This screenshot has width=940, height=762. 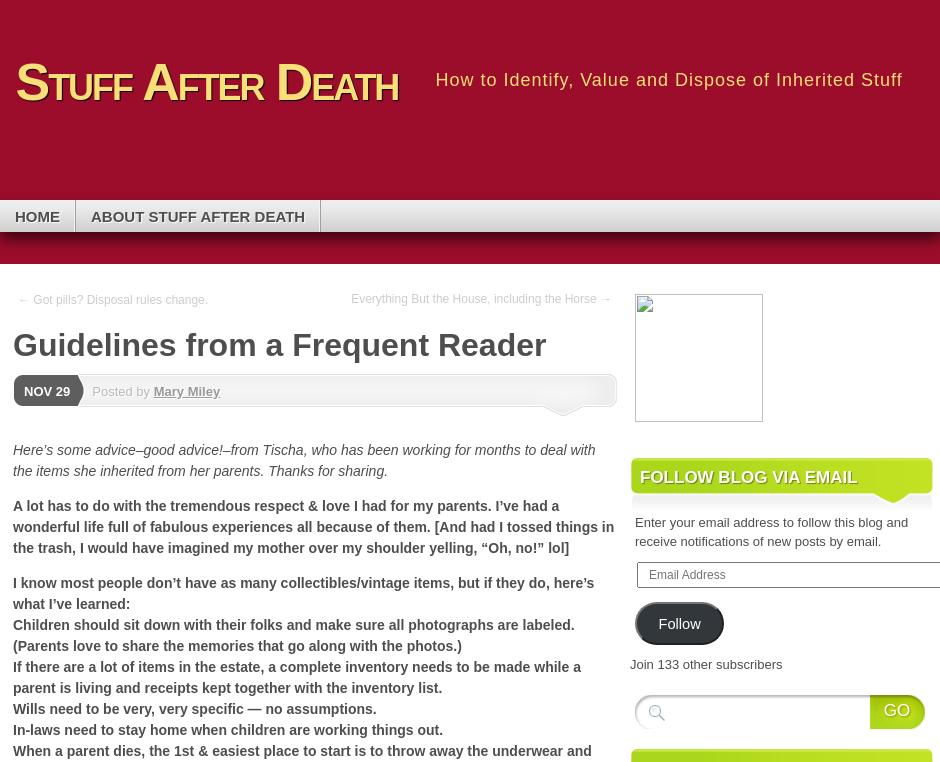 What do you see at coordinates (629, 663) in the screenshot?
I see `'Join 133 other subscribers'` at bounding box center [629, 663].